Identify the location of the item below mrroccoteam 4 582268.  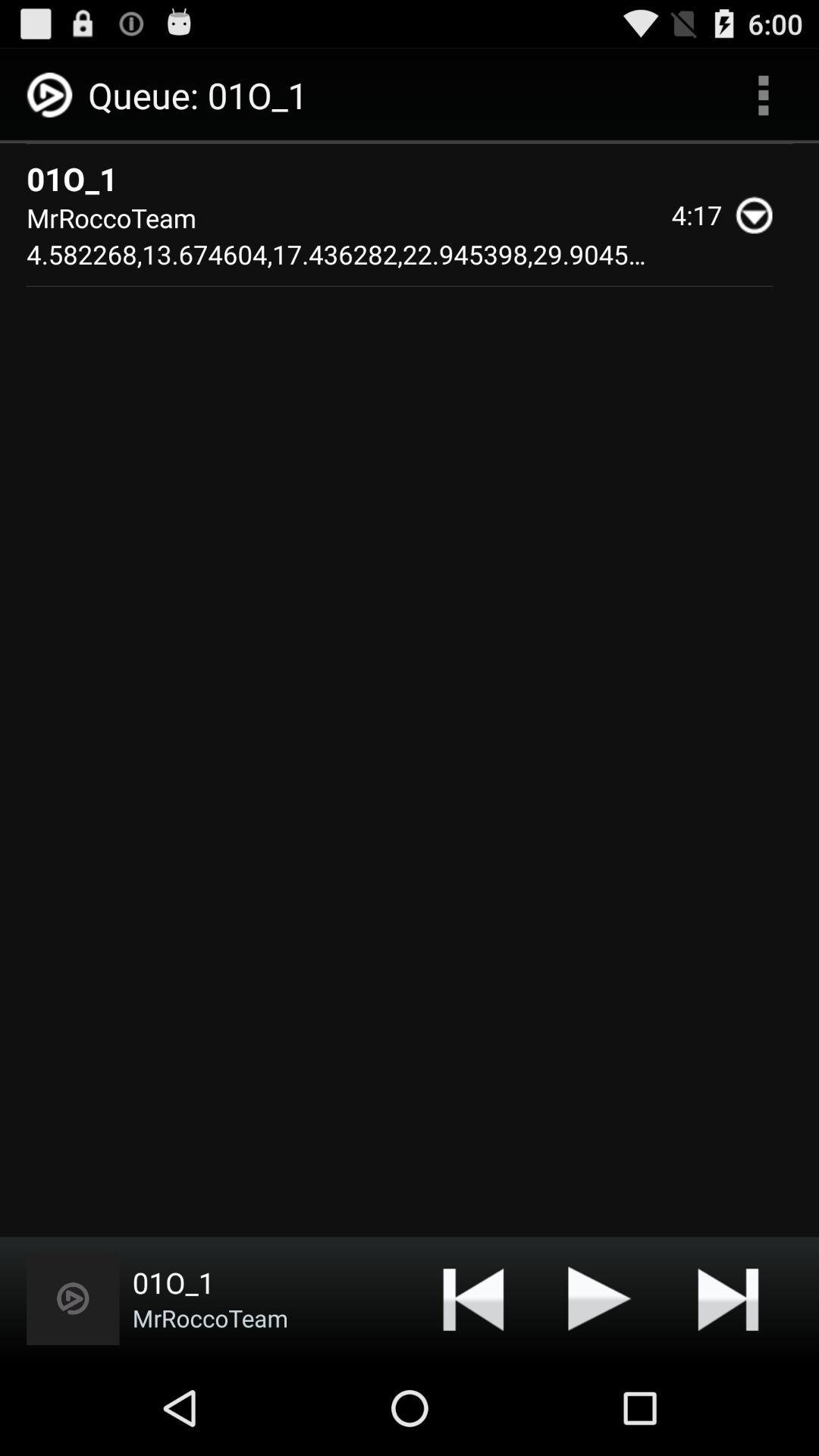
(472, 1298).